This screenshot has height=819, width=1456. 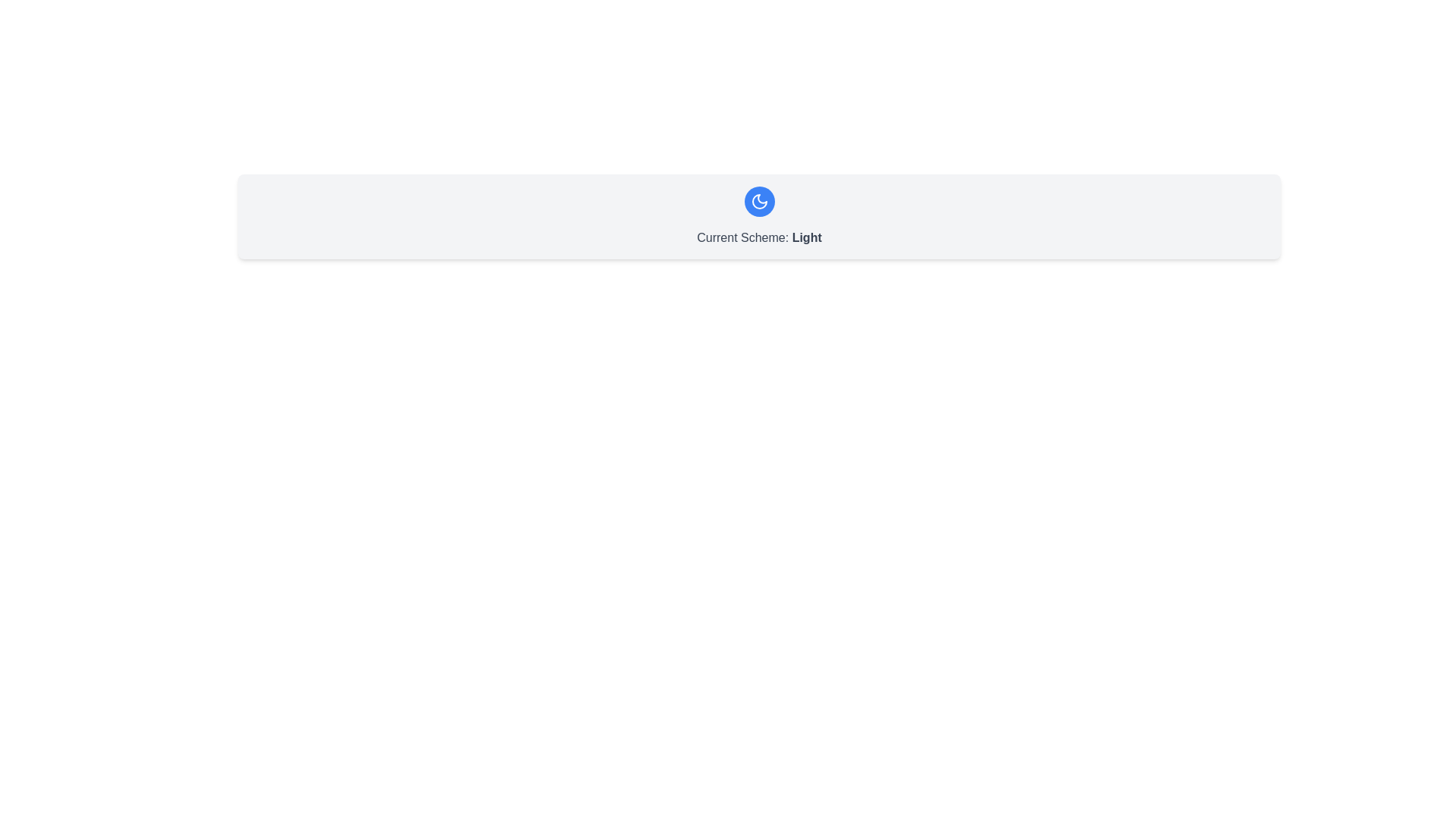 What do you see at coordinates (759, 201) in the screenshot?
I see `the button that toggles between light and dark modes, indicated by its moon icon` at bounding box center [759, 201].